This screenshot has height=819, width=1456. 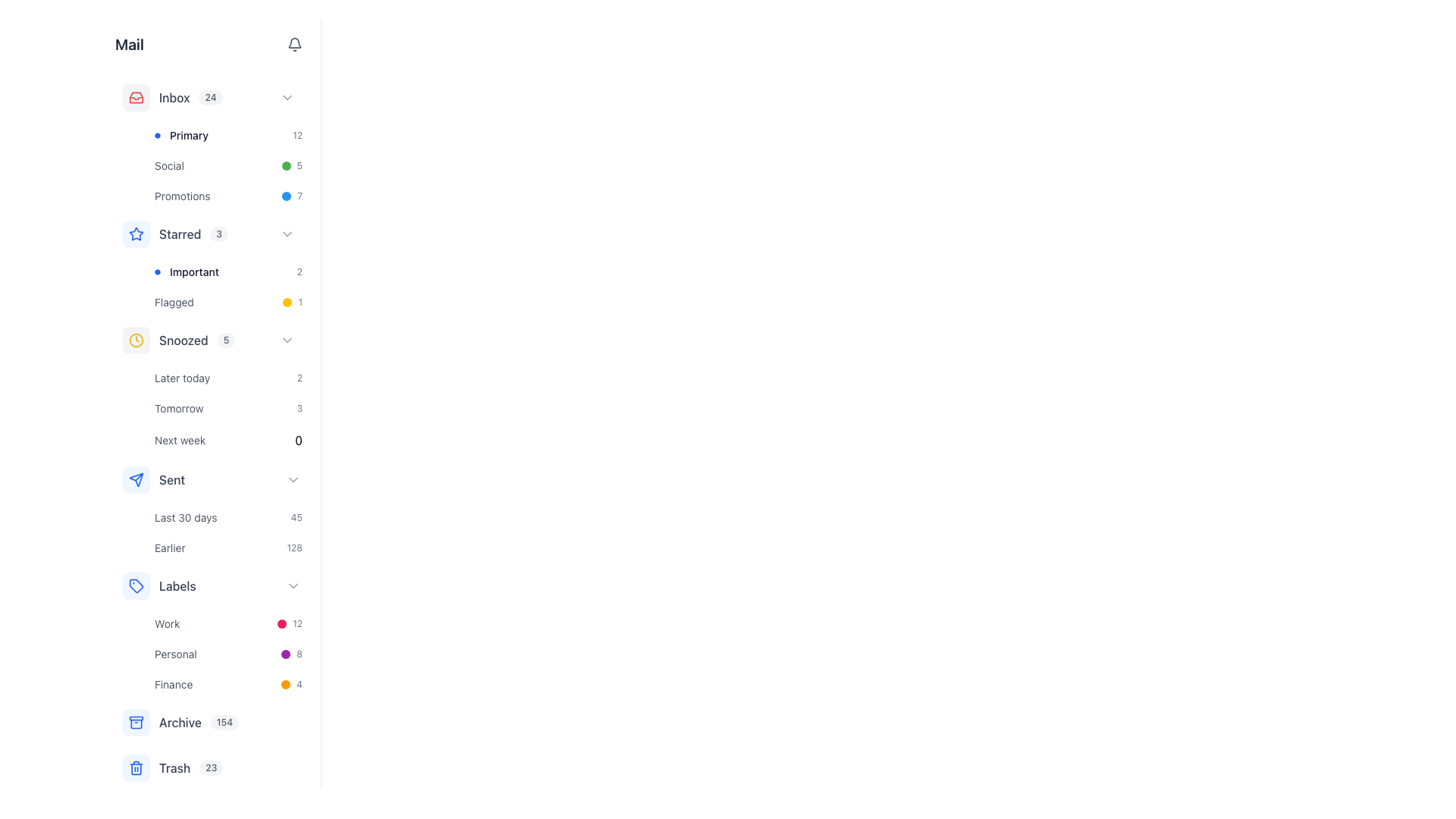 What do you see at coordinates (287, 97) in the screenshot?
I see `the toggle icon located in the rightmost section of the row labeled 'Inbox 24'` at bounding box center [287, 97].